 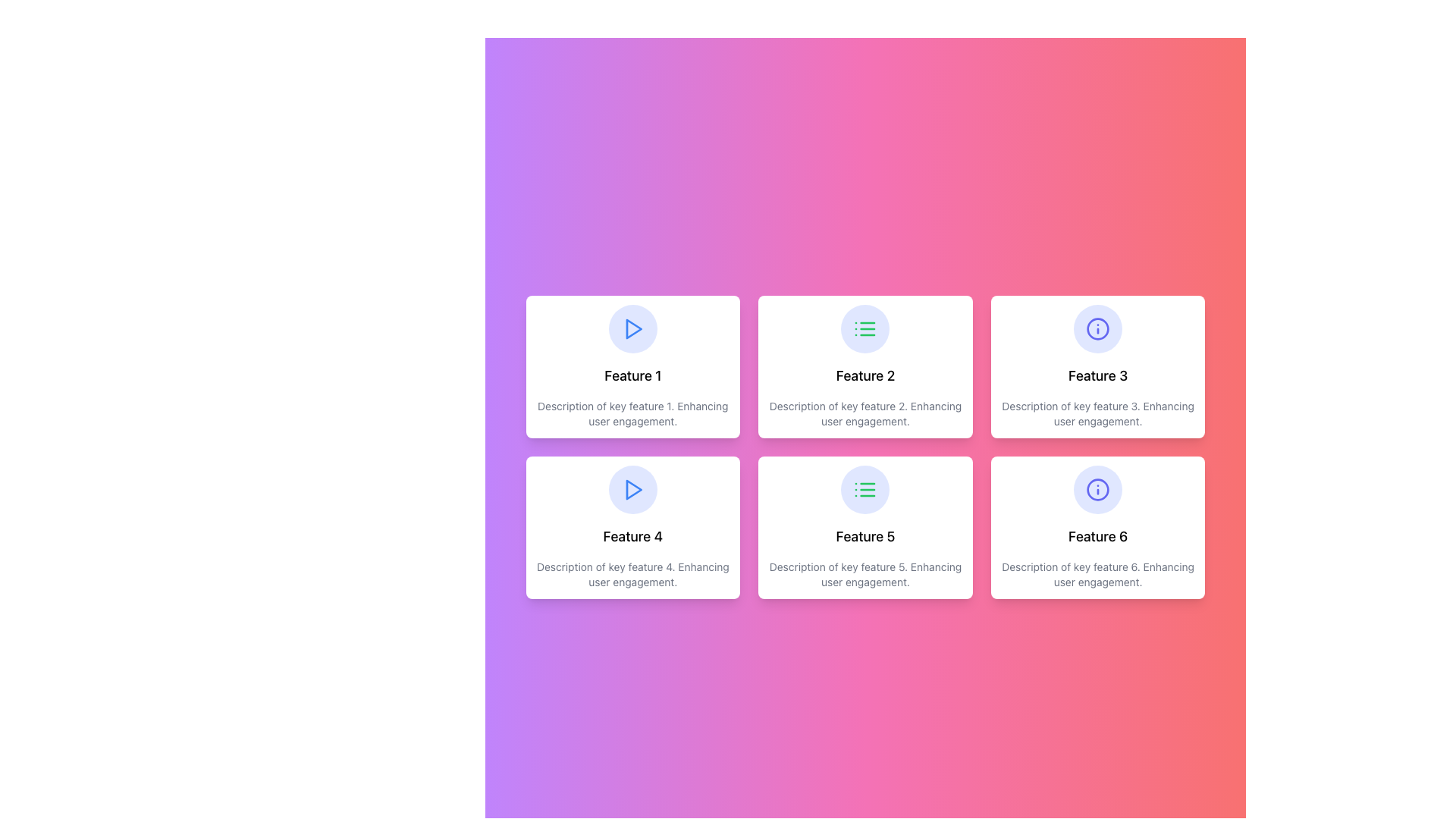 What do you see at coordinates (632, 526) in the screenshot?
I see `the first card in the second row of the three-column grid, which features a blue play symbol icon and the text 'Feature 4'` at bounding box center [632, 526].